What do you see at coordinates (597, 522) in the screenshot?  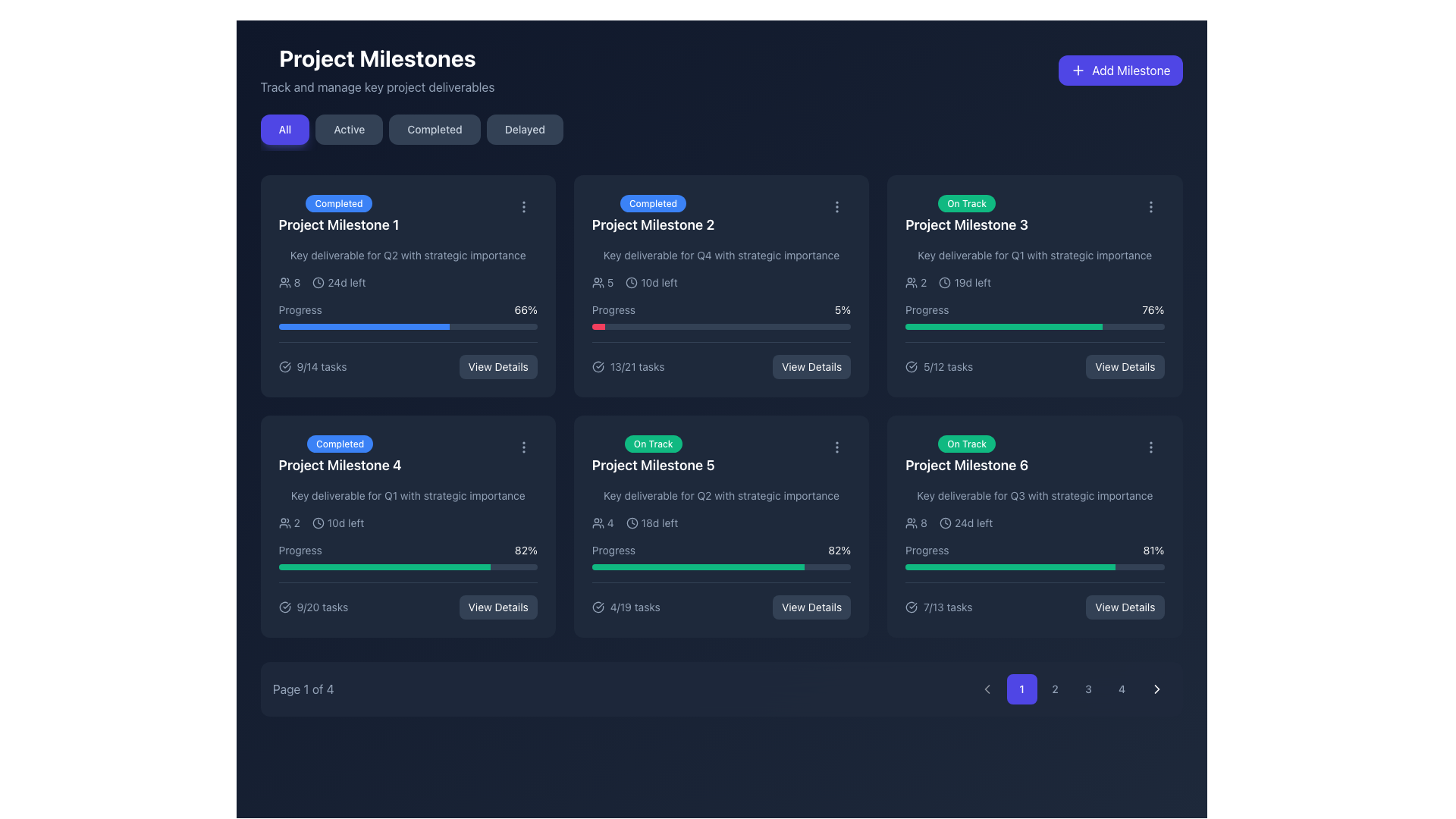 I see `the SVG icon resembling a group of people located in the second row, first column card under the 'Project Milestone 5' section` at bounding box center [597, 522].